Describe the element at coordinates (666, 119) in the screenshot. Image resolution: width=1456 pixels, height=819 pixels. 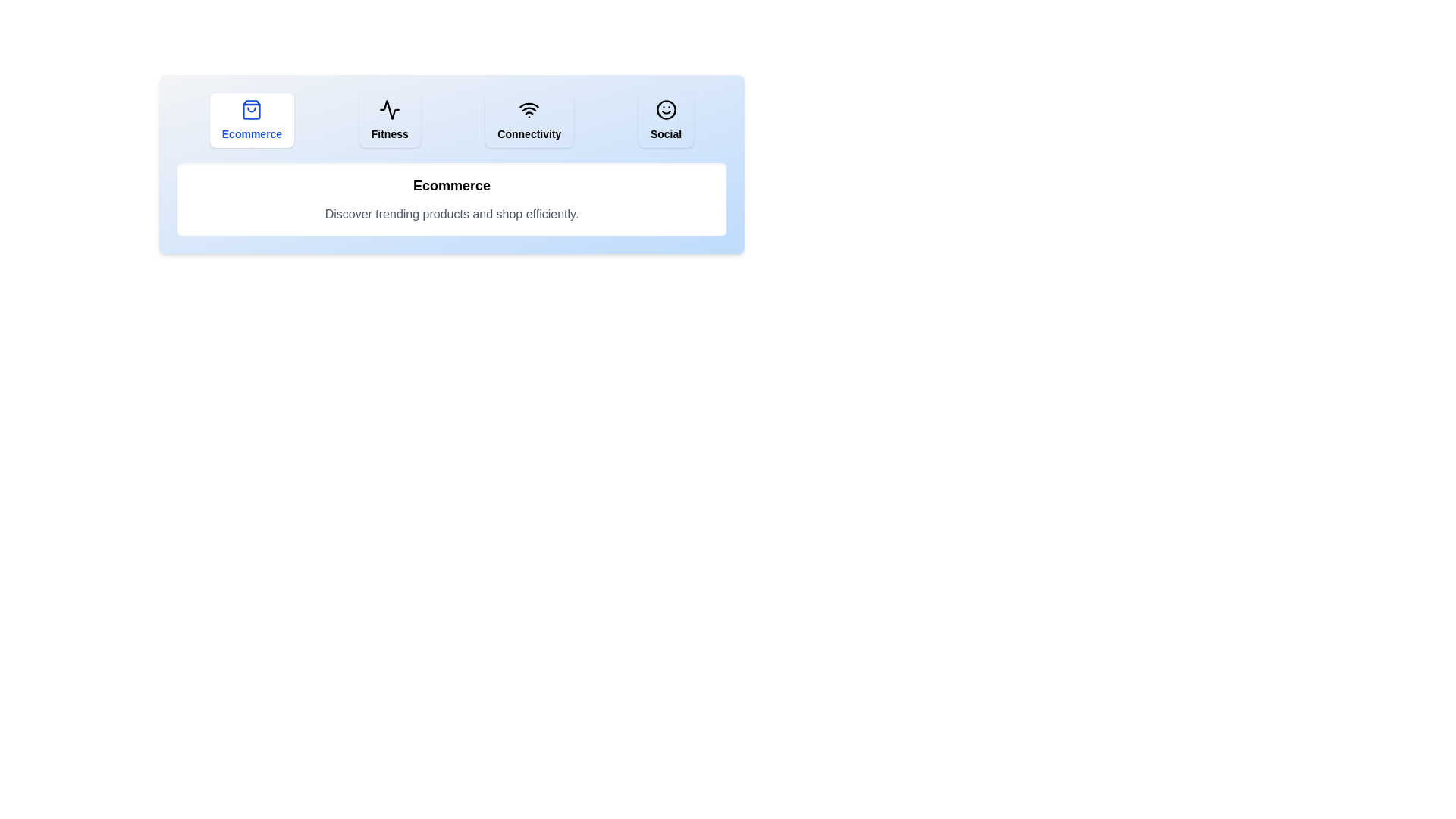
I see `the Social tab to navigate to its content` at that location.